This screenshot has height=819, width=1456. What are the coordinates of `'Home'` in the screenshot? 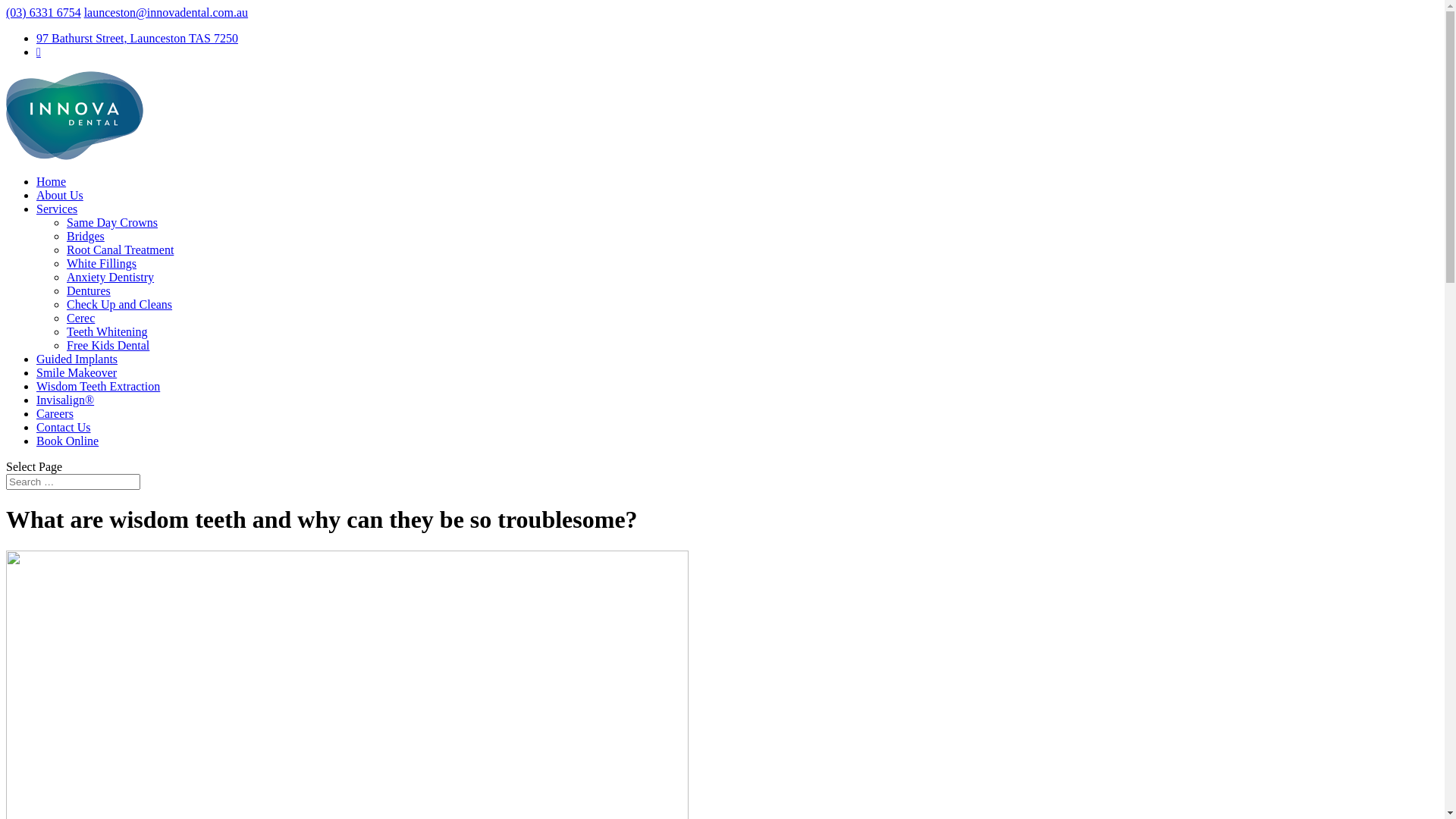 It's located at (51, 180).